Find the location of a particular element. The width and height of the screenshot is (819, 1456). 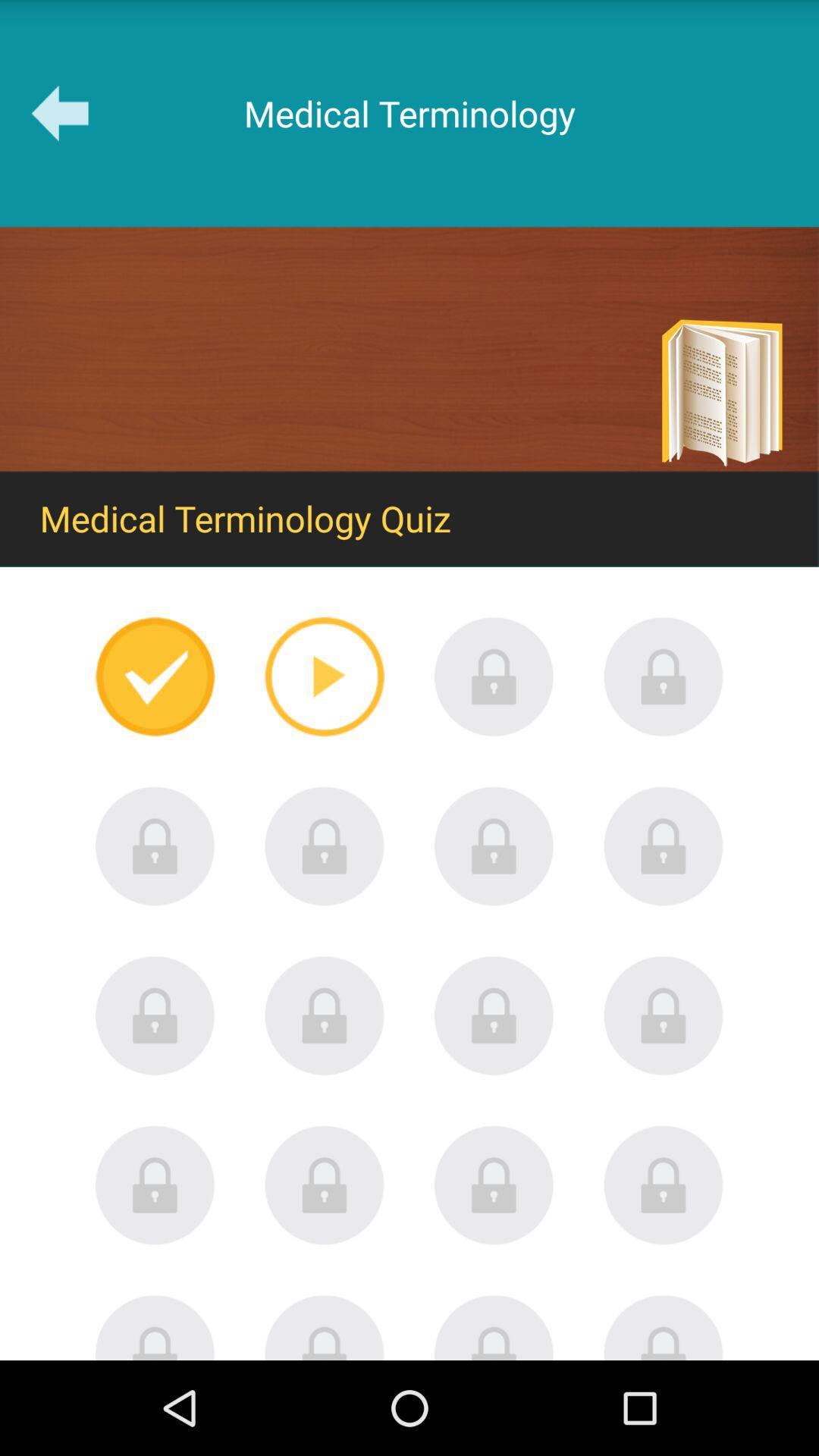

the lock icon is located at coordinates (324, 905).